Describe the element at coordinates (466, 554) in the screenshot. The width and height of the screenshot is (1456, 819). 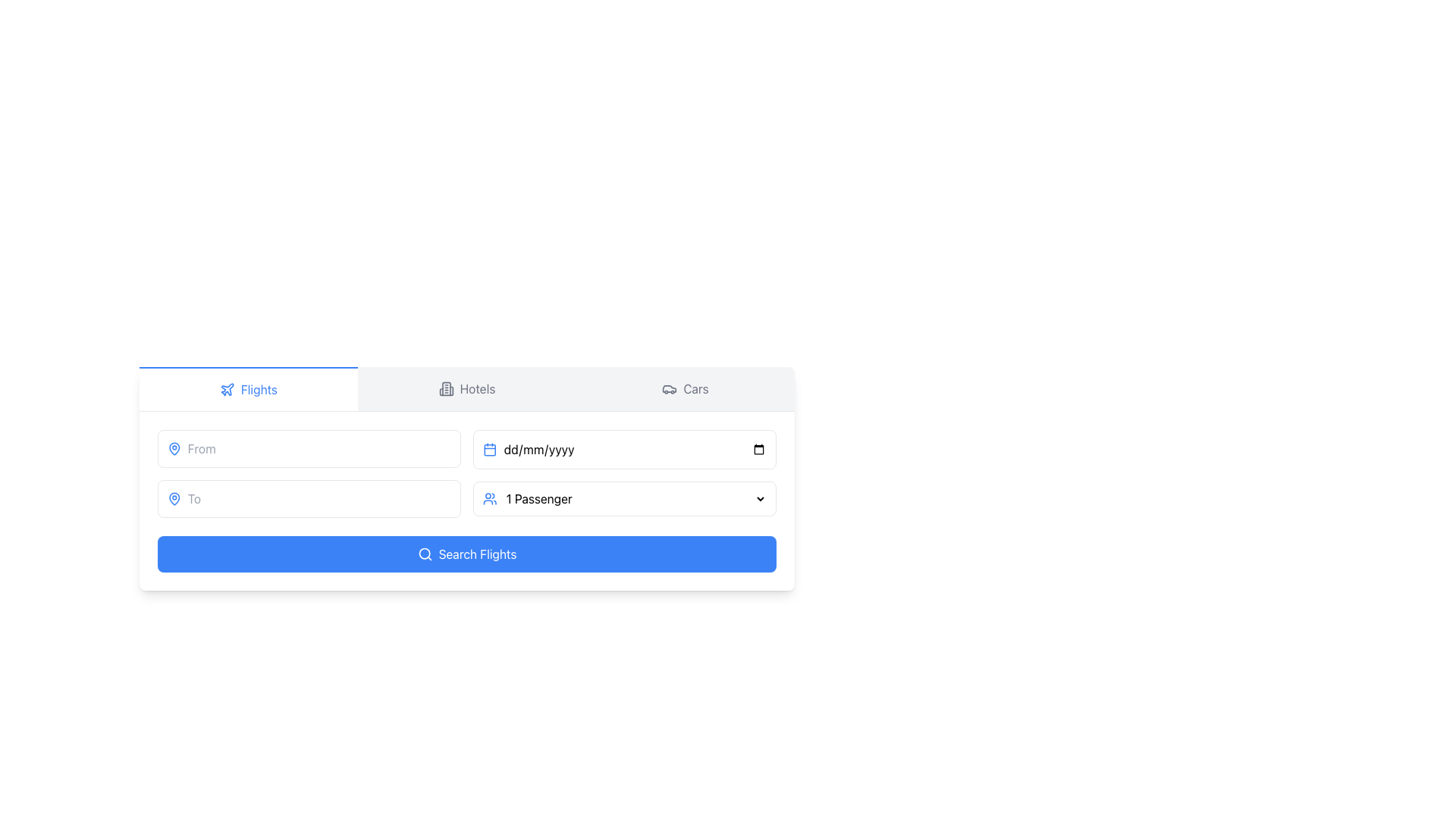
I see `the submit button for executing a flight search` at that location.